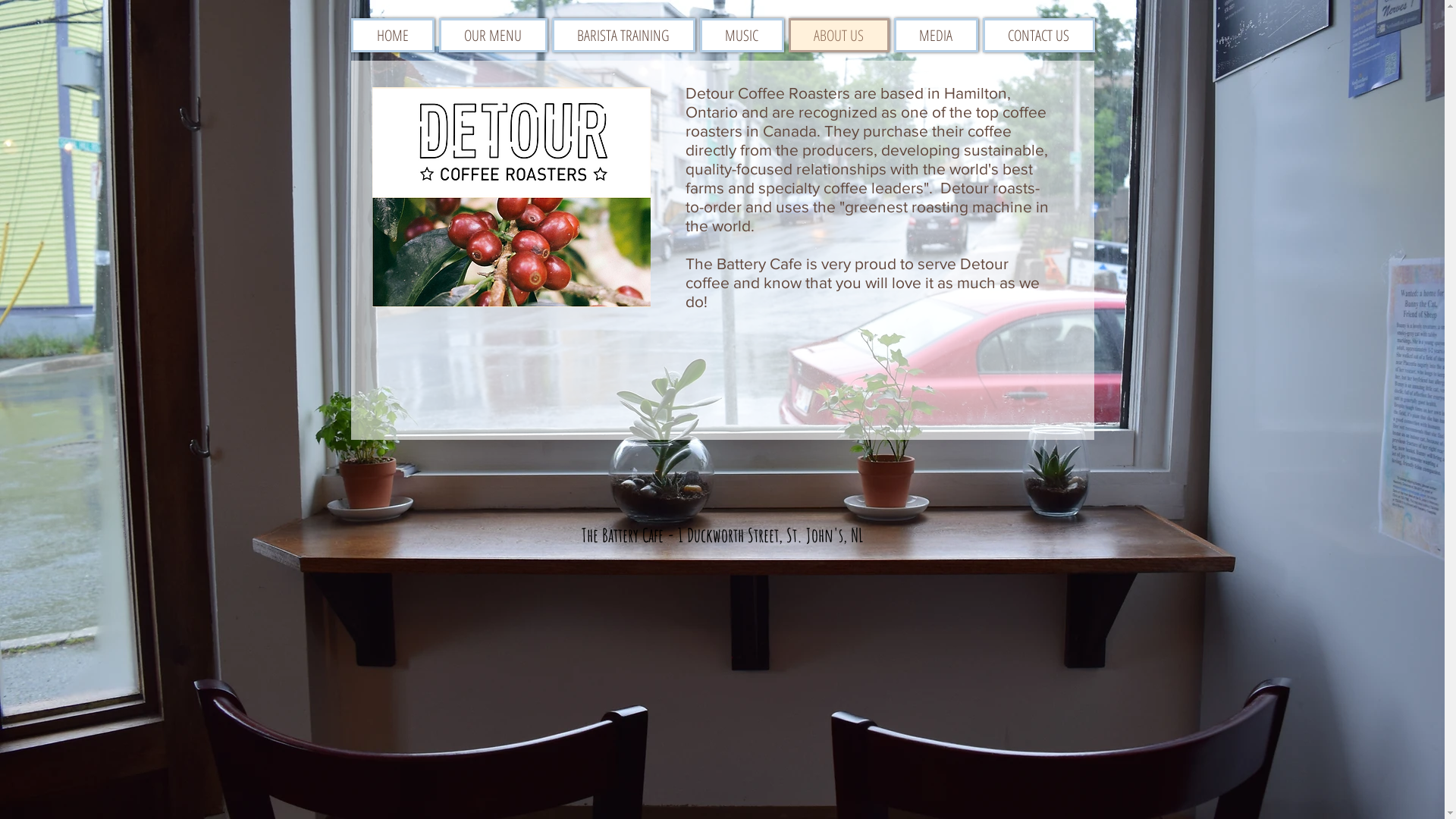 This screenshot has height=819, width=1456. What do you see at coordinates (1037, 34) in the screenshot?
I see `'CONTACT US'` at bounding box center [1037, 34].